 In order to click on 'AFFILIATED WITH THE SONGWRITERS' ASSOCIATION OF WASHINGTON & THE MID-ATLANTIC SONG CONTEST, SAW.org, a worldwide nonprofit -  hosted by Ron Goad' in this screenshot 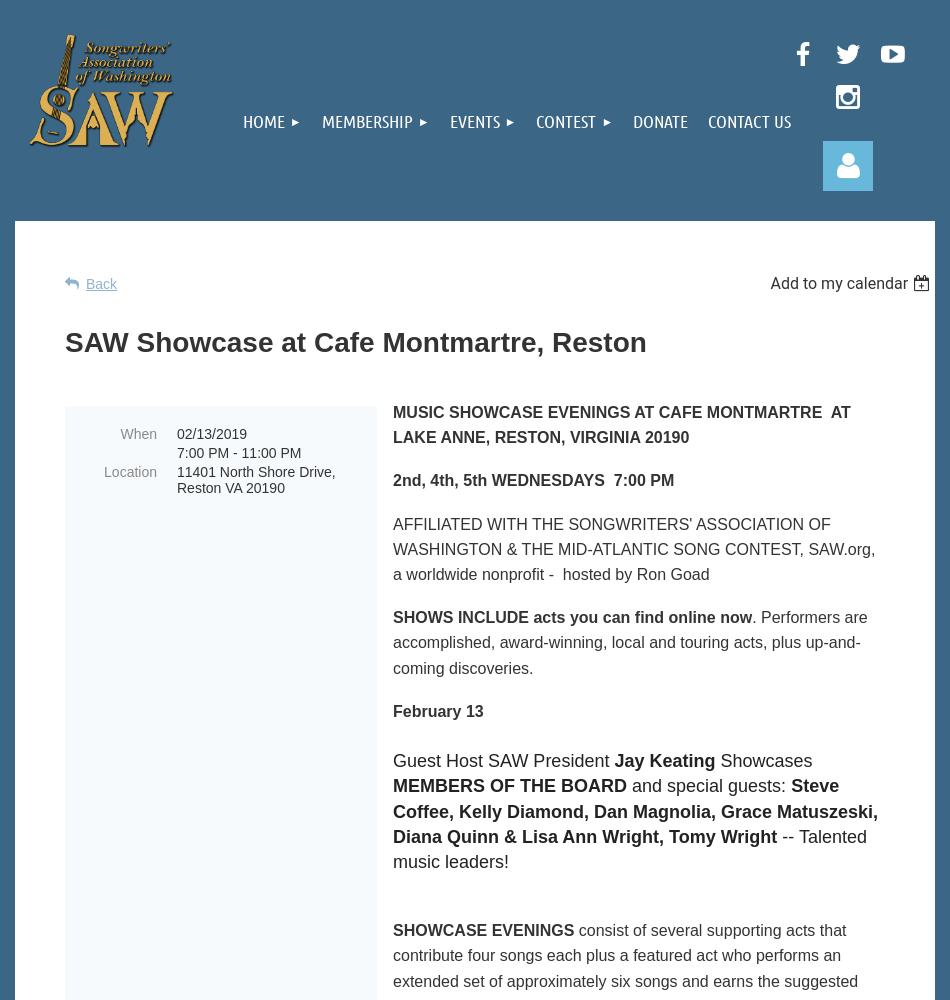, I will do `click(634, 549)`.